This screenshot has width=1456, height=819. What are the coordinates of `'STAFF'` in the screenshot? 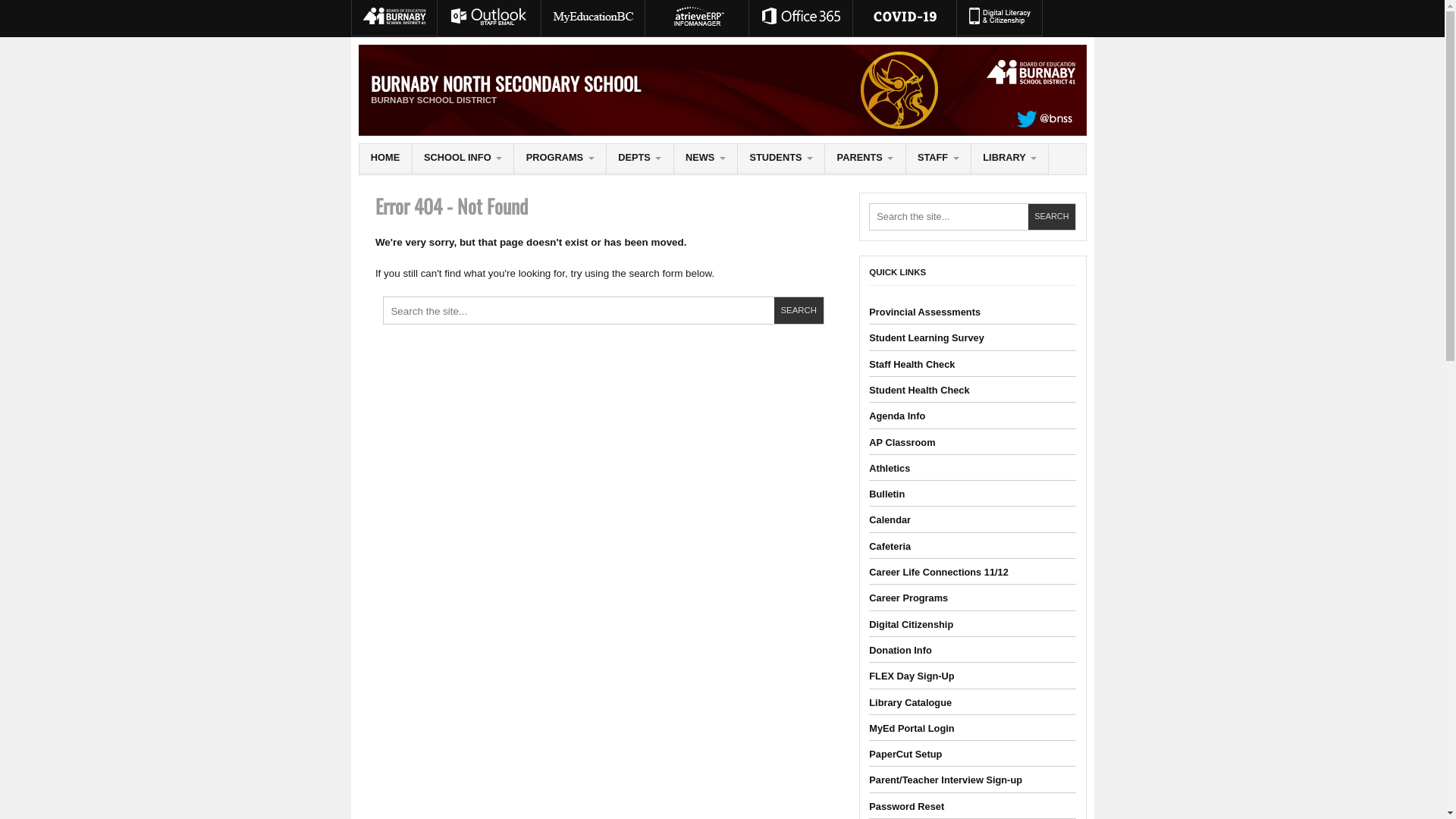 It's located at (937, 158).